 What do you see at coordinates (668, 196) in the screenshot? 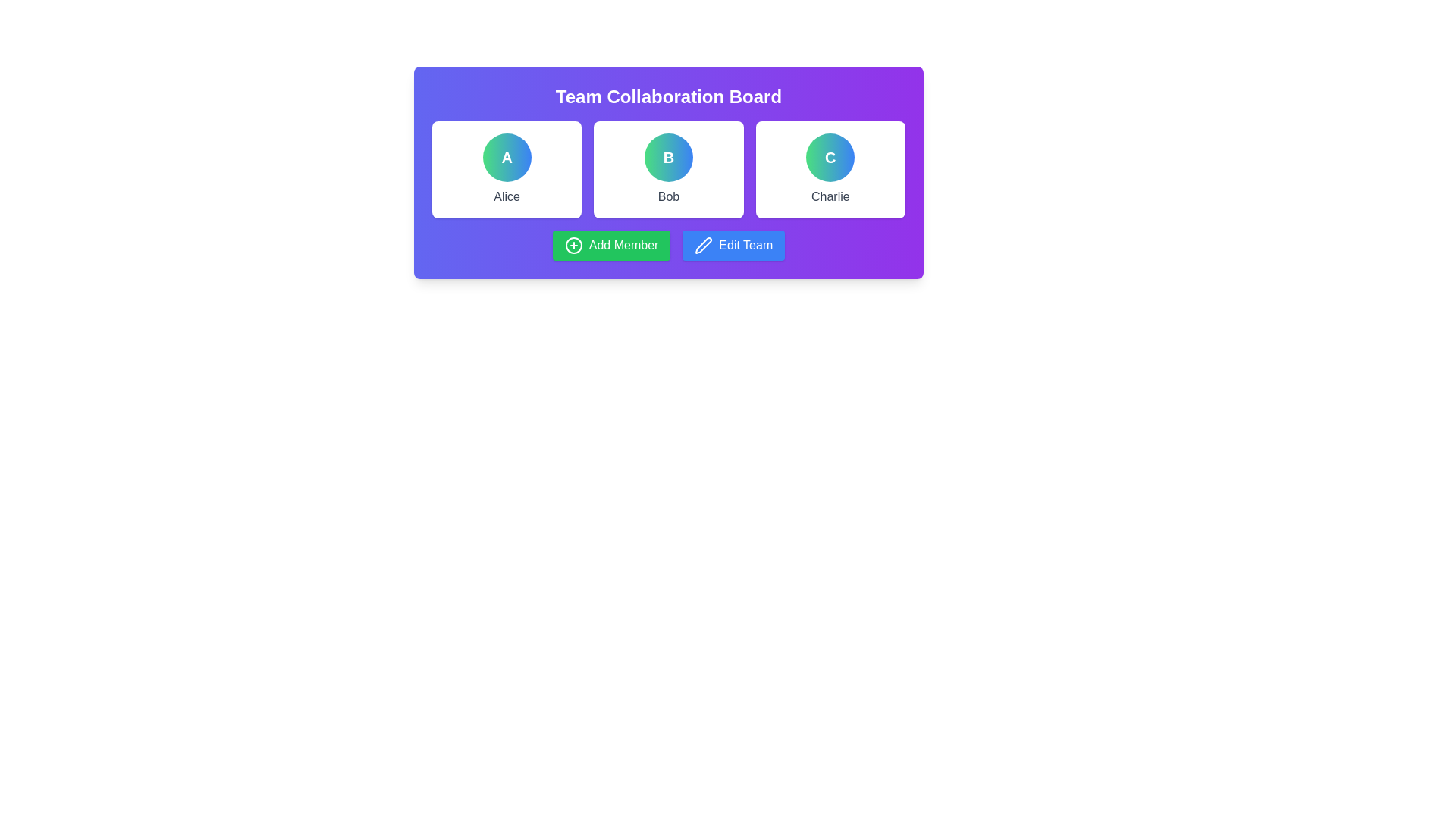
I see `text content displayed in the Text Label beneath the avatar named 'Bob', which is centrally located in the middle card of three horizontally-aligned user profiles` at bounding box center [668, 196].